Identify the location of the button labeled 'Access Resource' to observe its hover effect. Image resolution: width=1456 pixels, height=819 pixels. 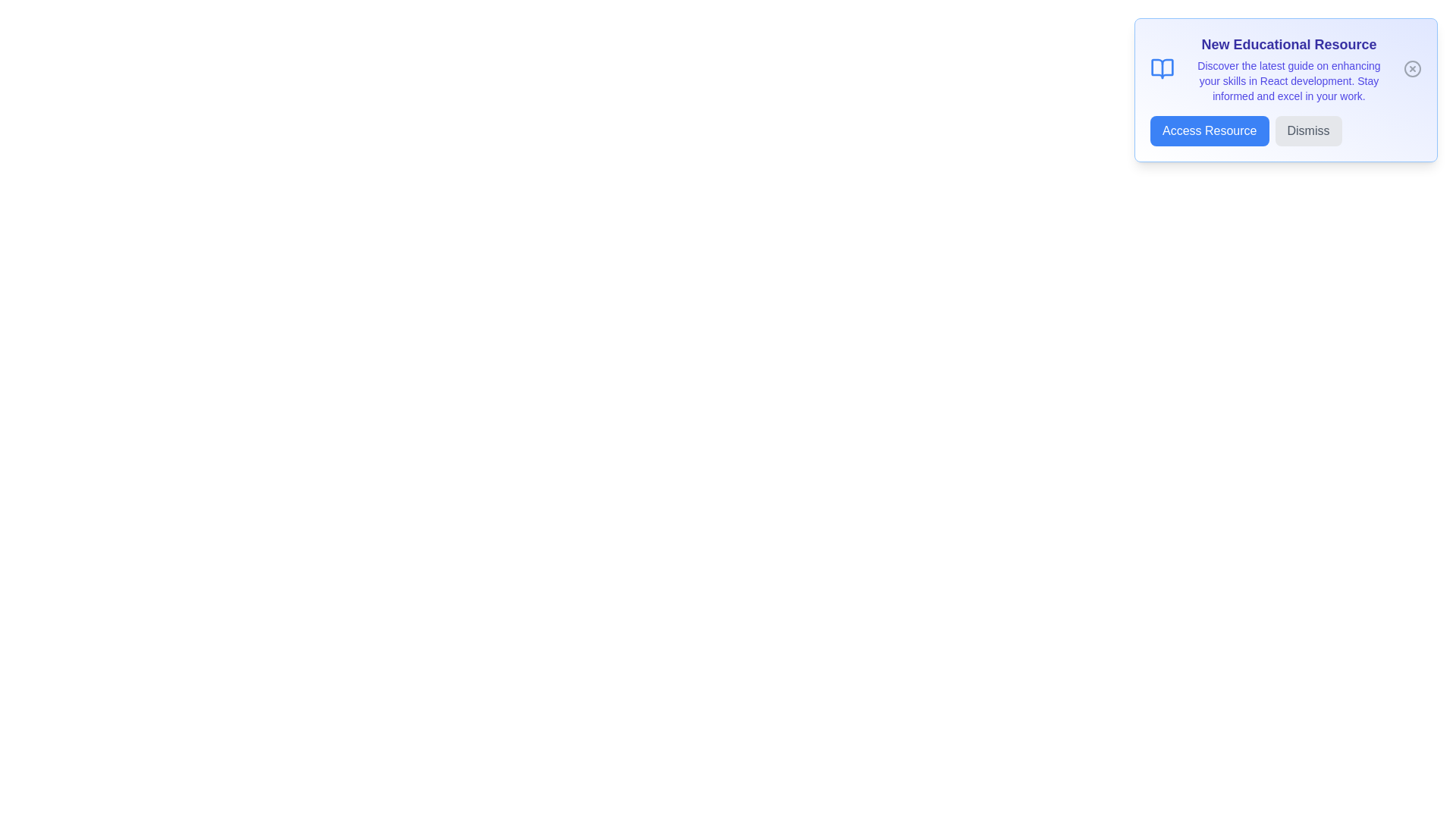
(1208, 130).